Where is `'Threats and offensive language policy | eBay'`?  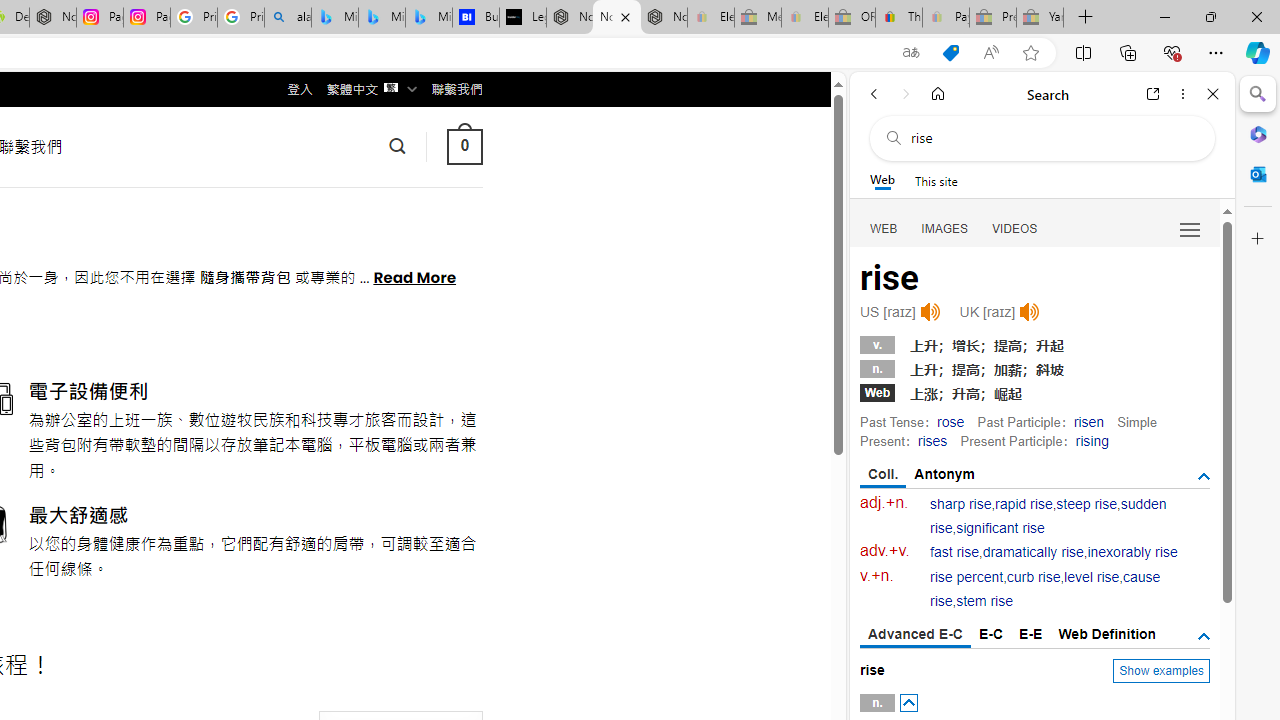 'Threats and offensive language policy | eBay' is located at coordinates (897, 17).